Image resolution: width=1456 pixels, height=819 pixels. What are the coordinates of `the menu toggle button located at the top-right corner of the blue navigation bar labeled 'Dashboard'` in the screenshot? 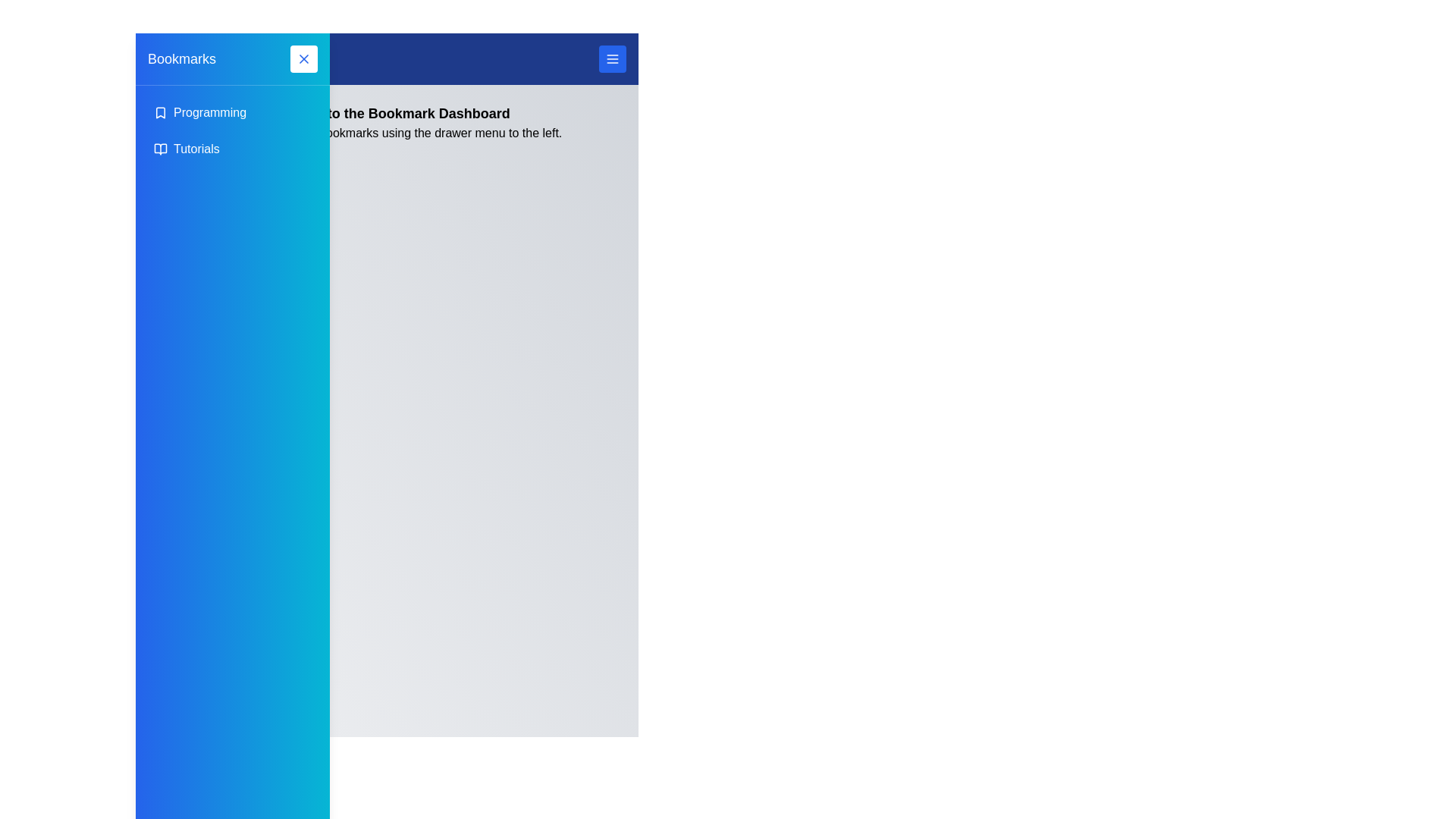 It's located at (612, 58).